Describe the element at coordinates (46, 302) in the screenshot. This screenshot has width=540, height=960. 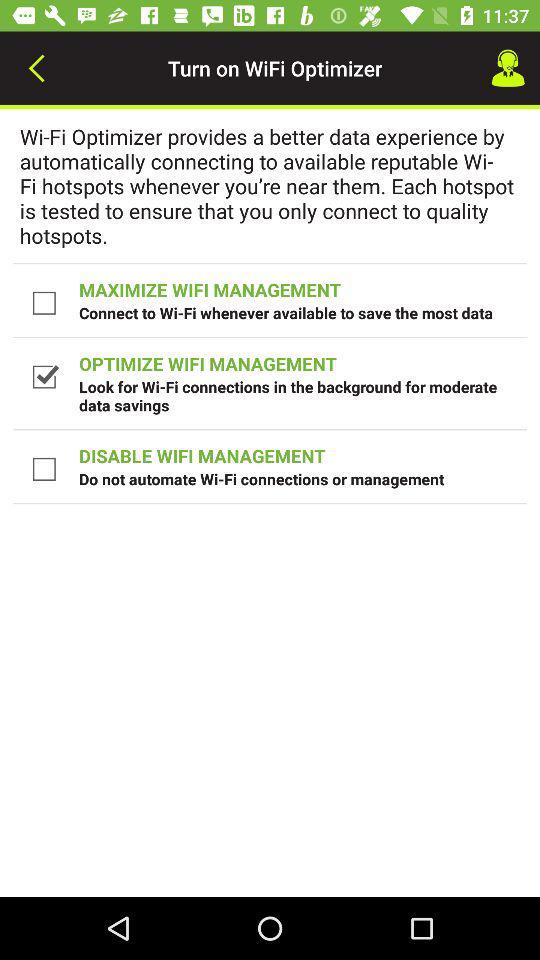
I see `the icon to the left of the maximize wifi management` at that location.